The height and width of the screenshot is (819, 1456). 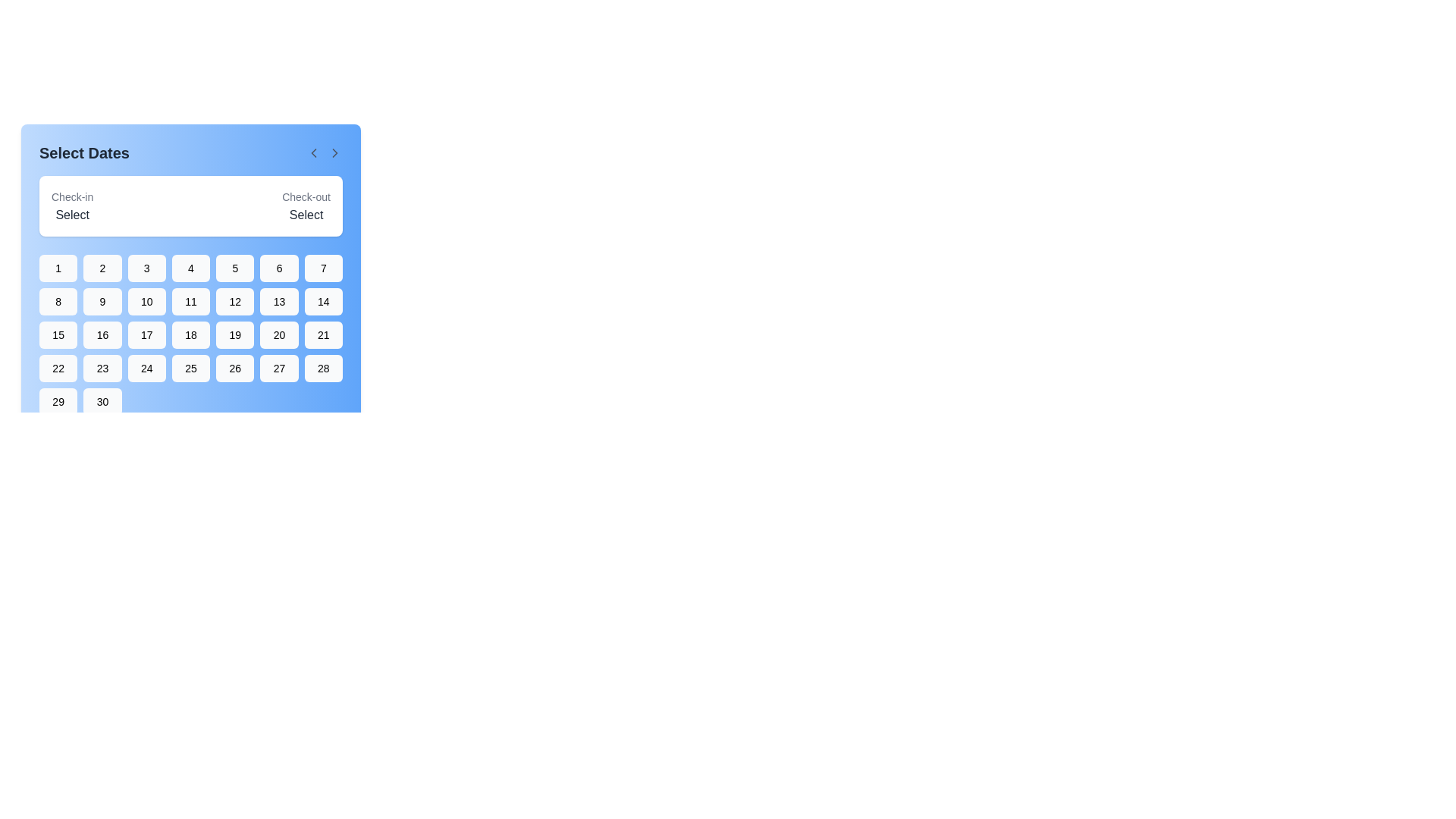 I want to click on the button representing the date '1' in the first column of the first row, so click(x=58, y=268).